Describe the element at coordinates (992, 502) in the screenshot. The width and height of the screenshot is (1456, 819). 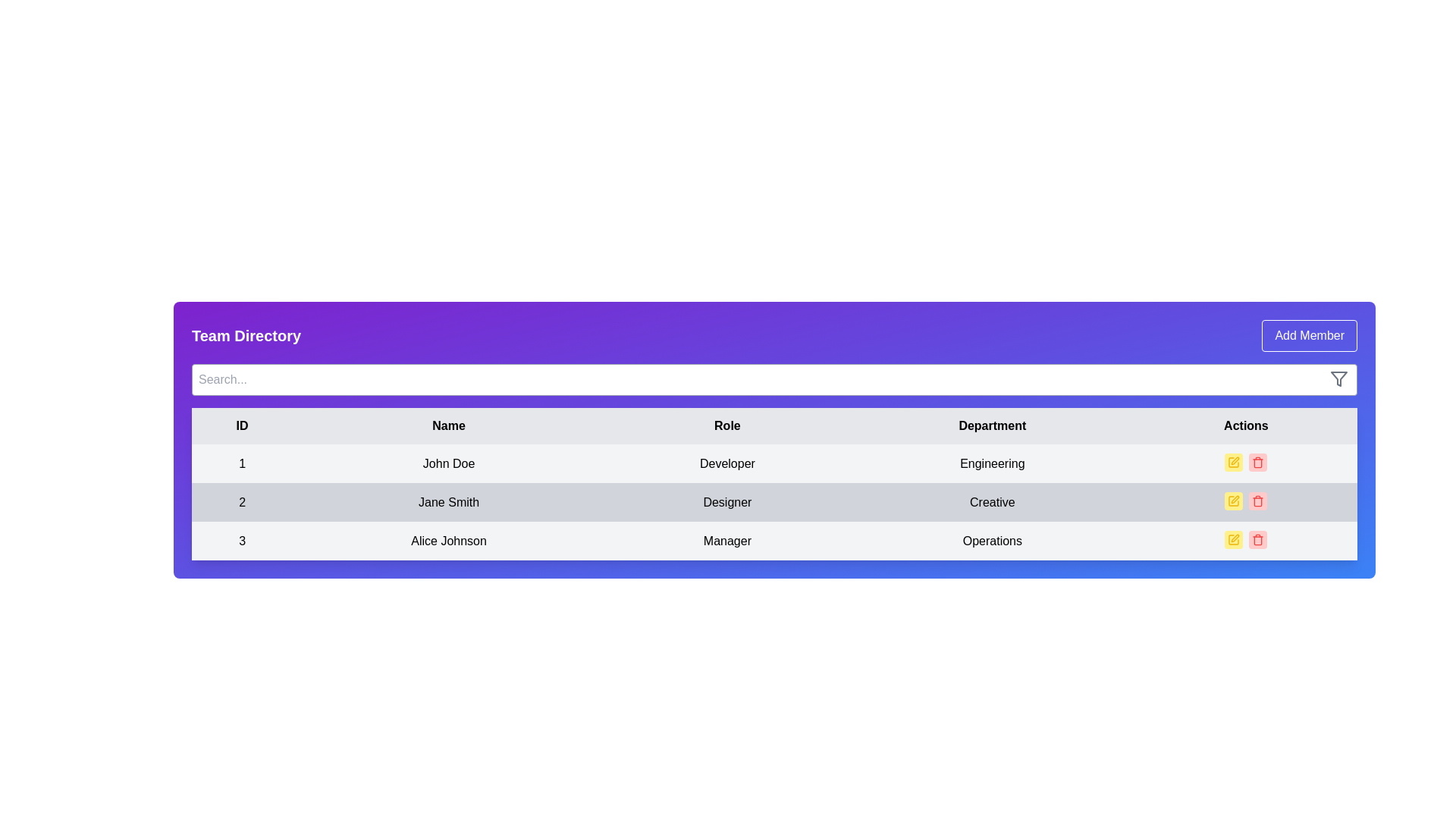
I see `the non-interactive text label displaying the department name 'Creative' in the fourth column of the second row of the 'Team Directory' interface` at that location.